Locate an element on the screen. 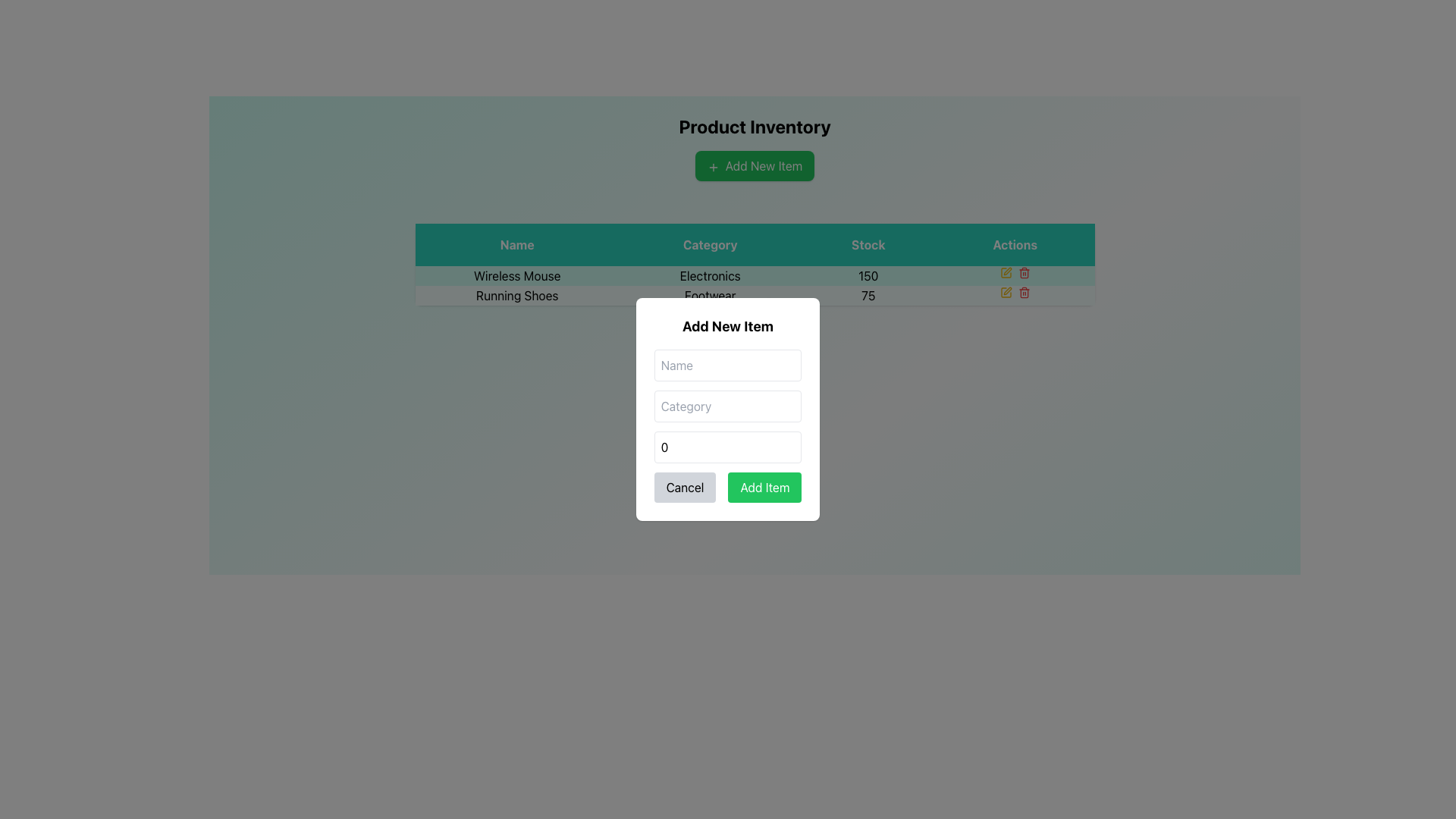 Image resolution: width=1456 pixels, height=819 pixels. the 'Name' header label in the table, which is the first text label in the header row indicating the corresponding entries below is located at coordinates (517, 244).